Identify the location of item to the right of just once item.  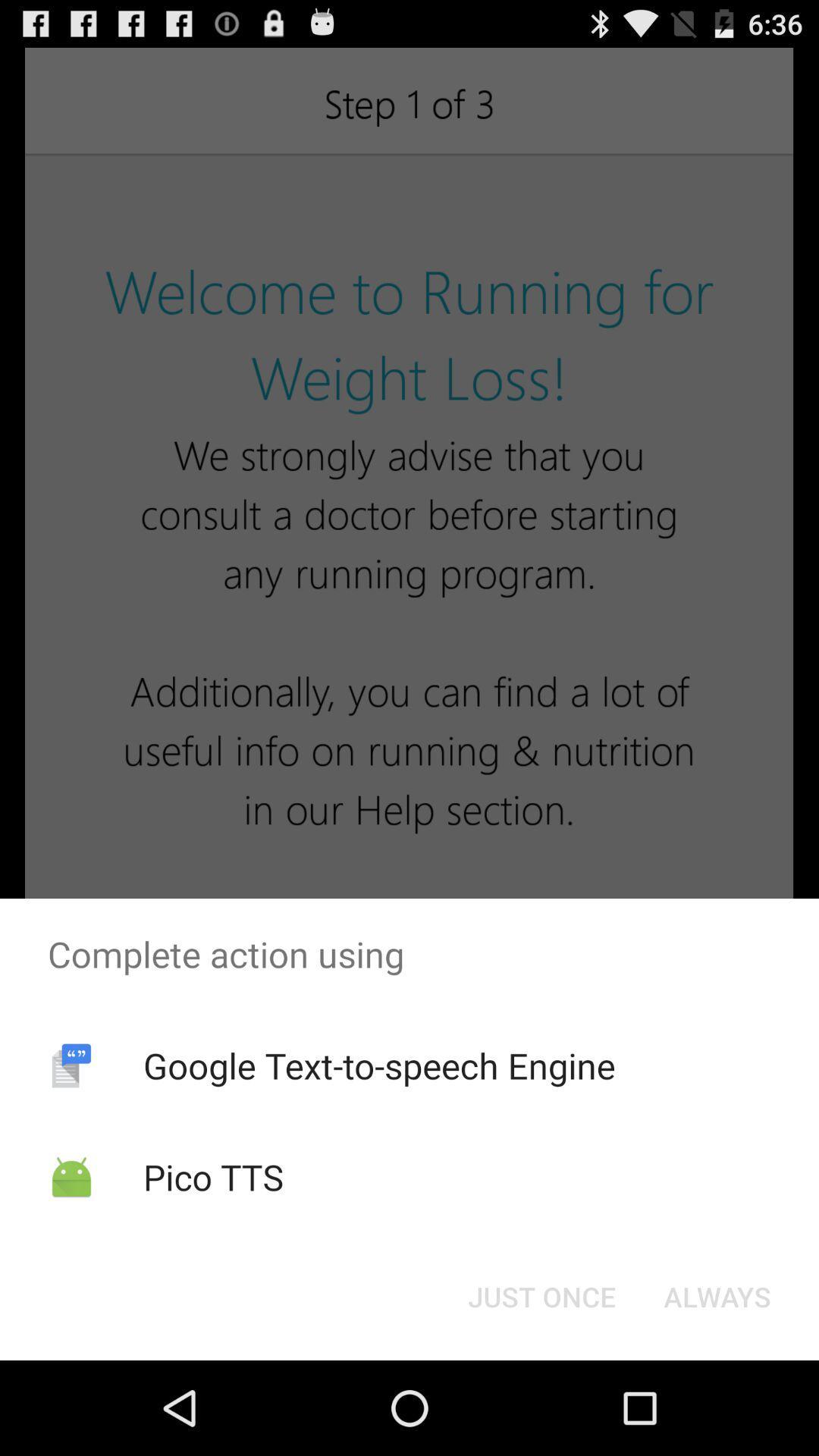
(717, 1295).